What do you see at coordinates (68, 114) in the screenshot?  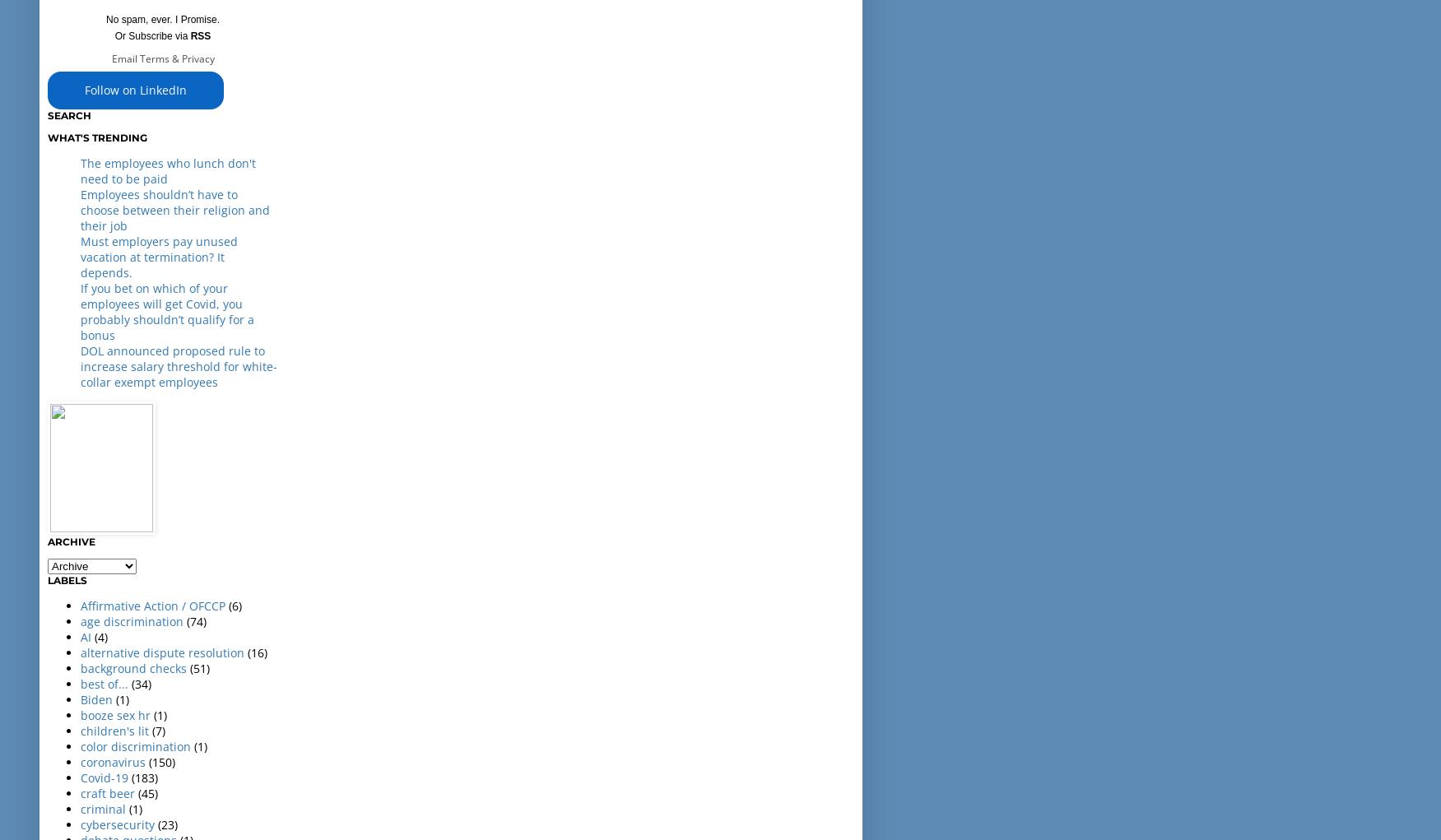 I see `'Search'` at bounding box center [68, 114].